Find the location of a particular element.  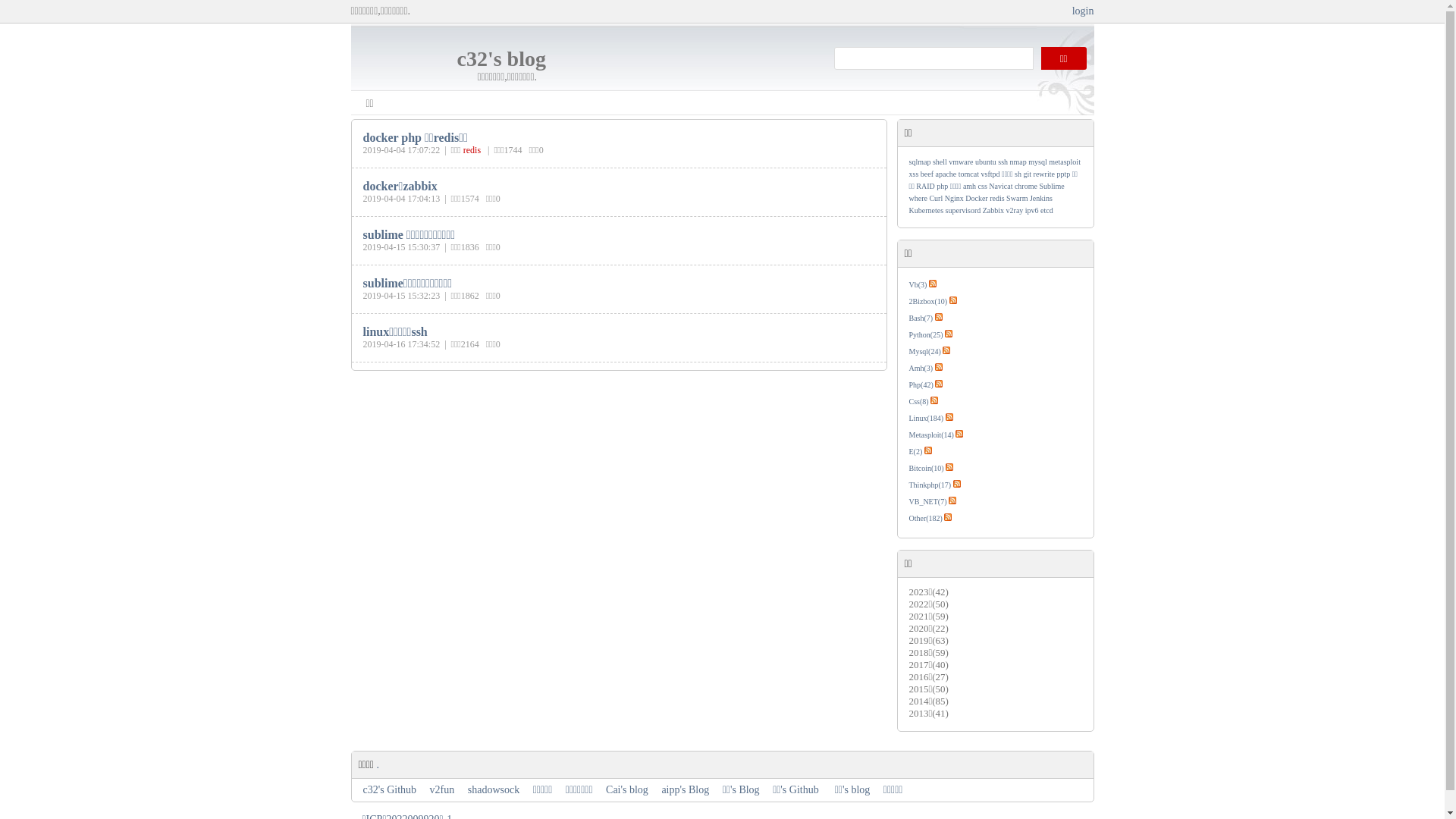

'Nginx' is located at coordinates (953, 197).